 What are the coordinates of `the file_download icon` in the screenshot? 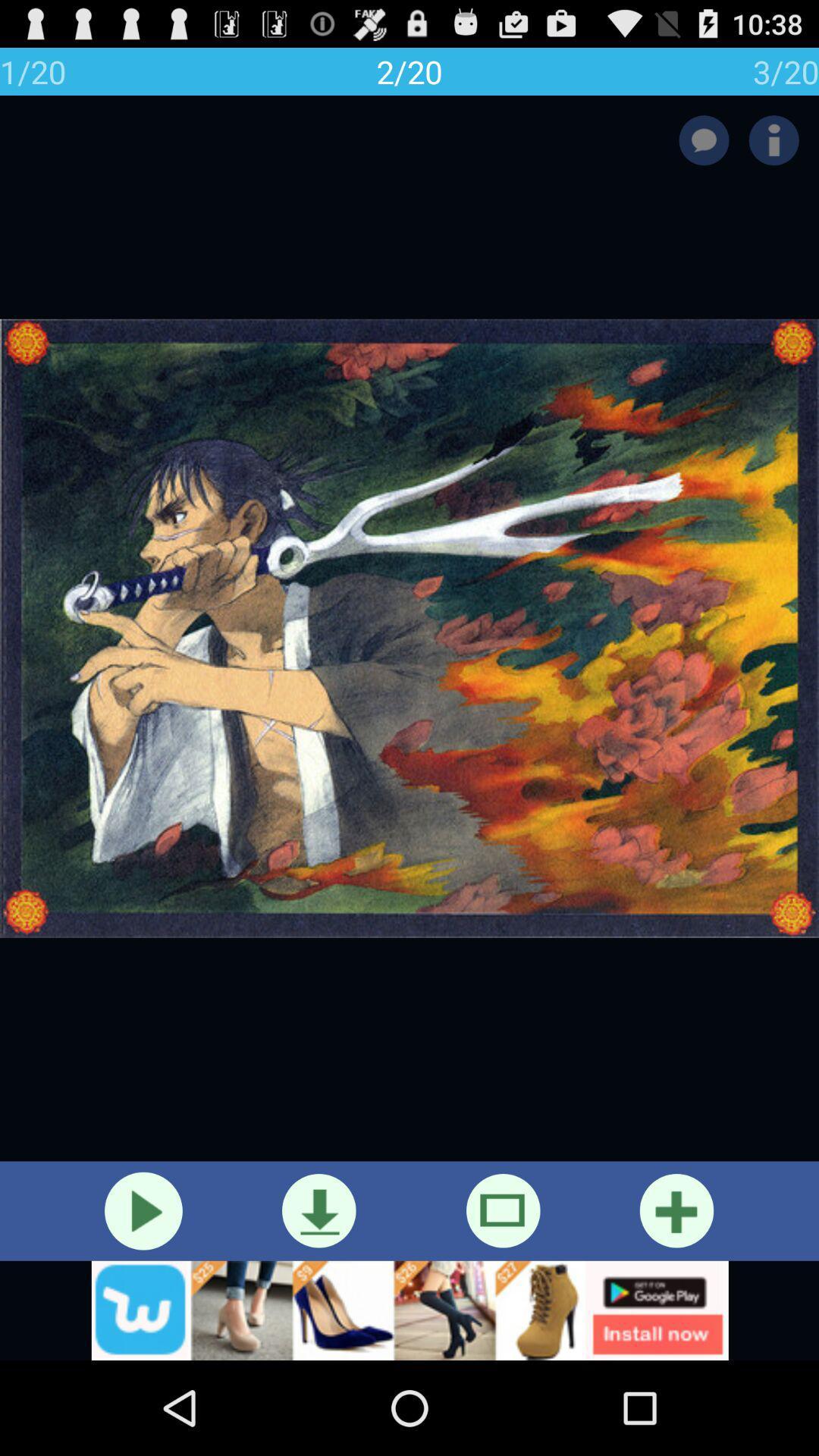 It's located at (318, 1294).